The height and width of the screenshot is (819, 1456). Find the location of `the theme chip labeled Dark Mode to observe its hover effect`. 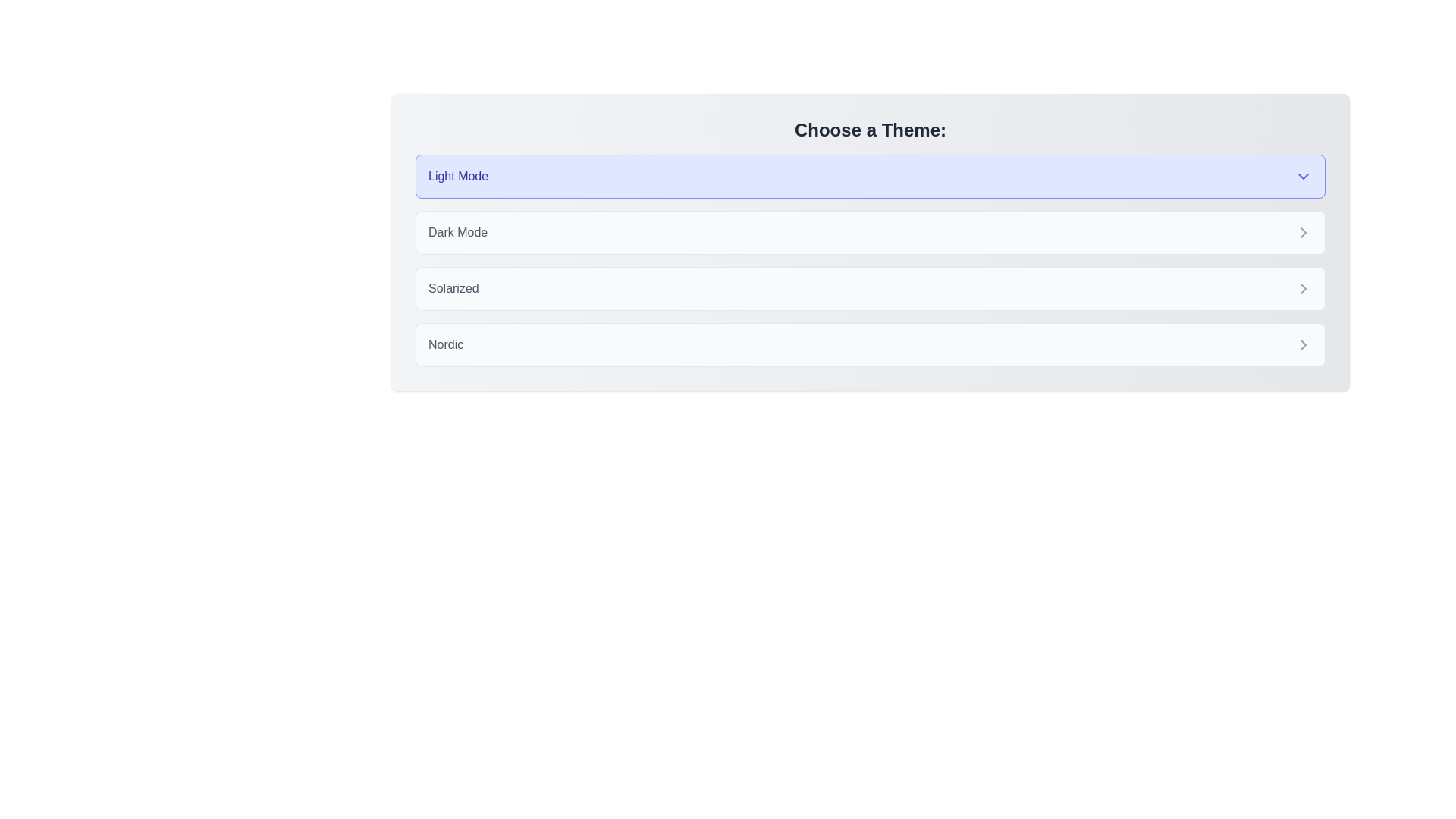

the theme chip labeled Dark Mode to observe its hover effect is located at coordinates (870, 233).